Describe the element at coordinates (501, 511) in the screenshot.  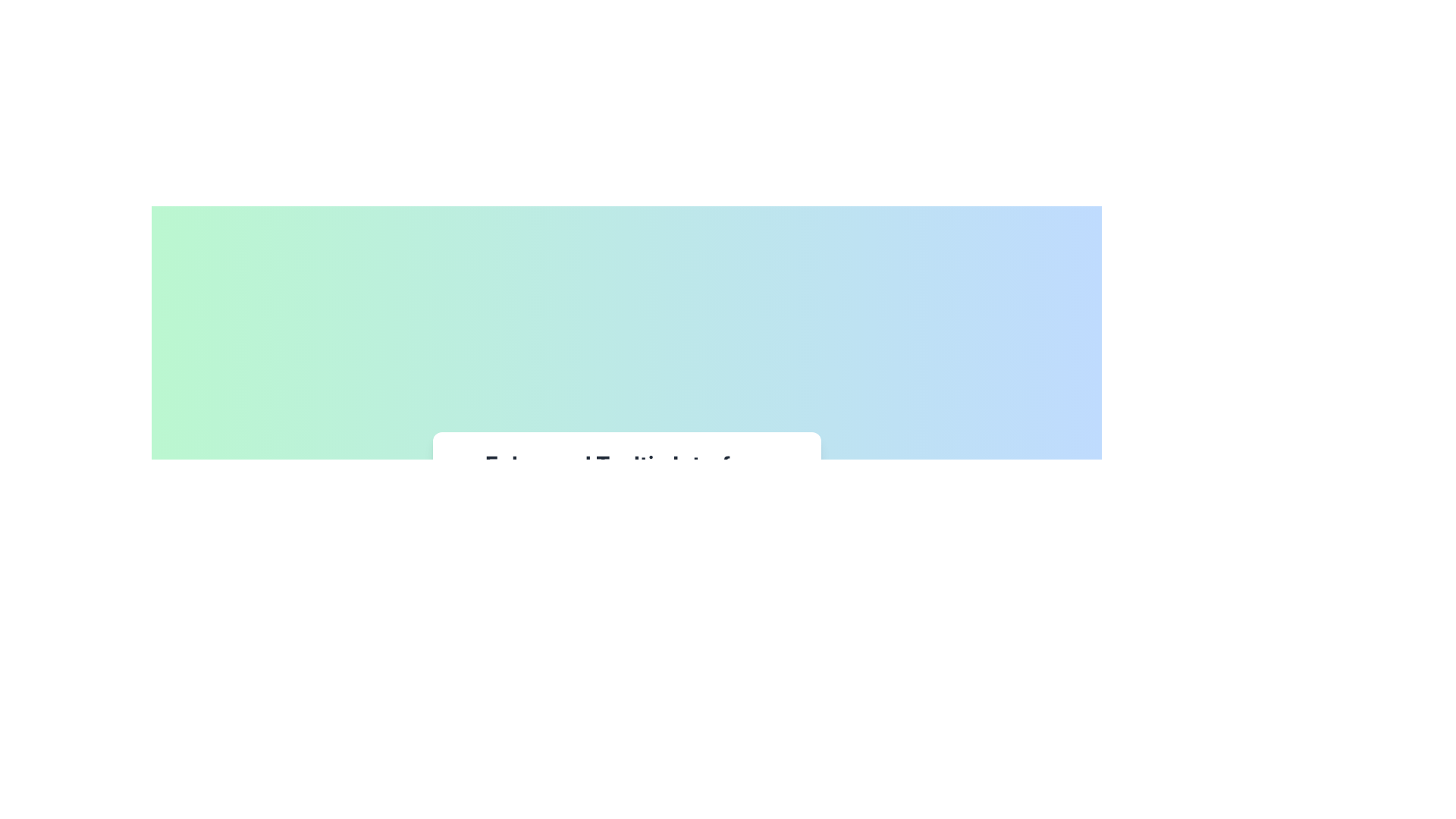
I see `the second button below the title 'Enhanced Tooltip Interface'` at that location.